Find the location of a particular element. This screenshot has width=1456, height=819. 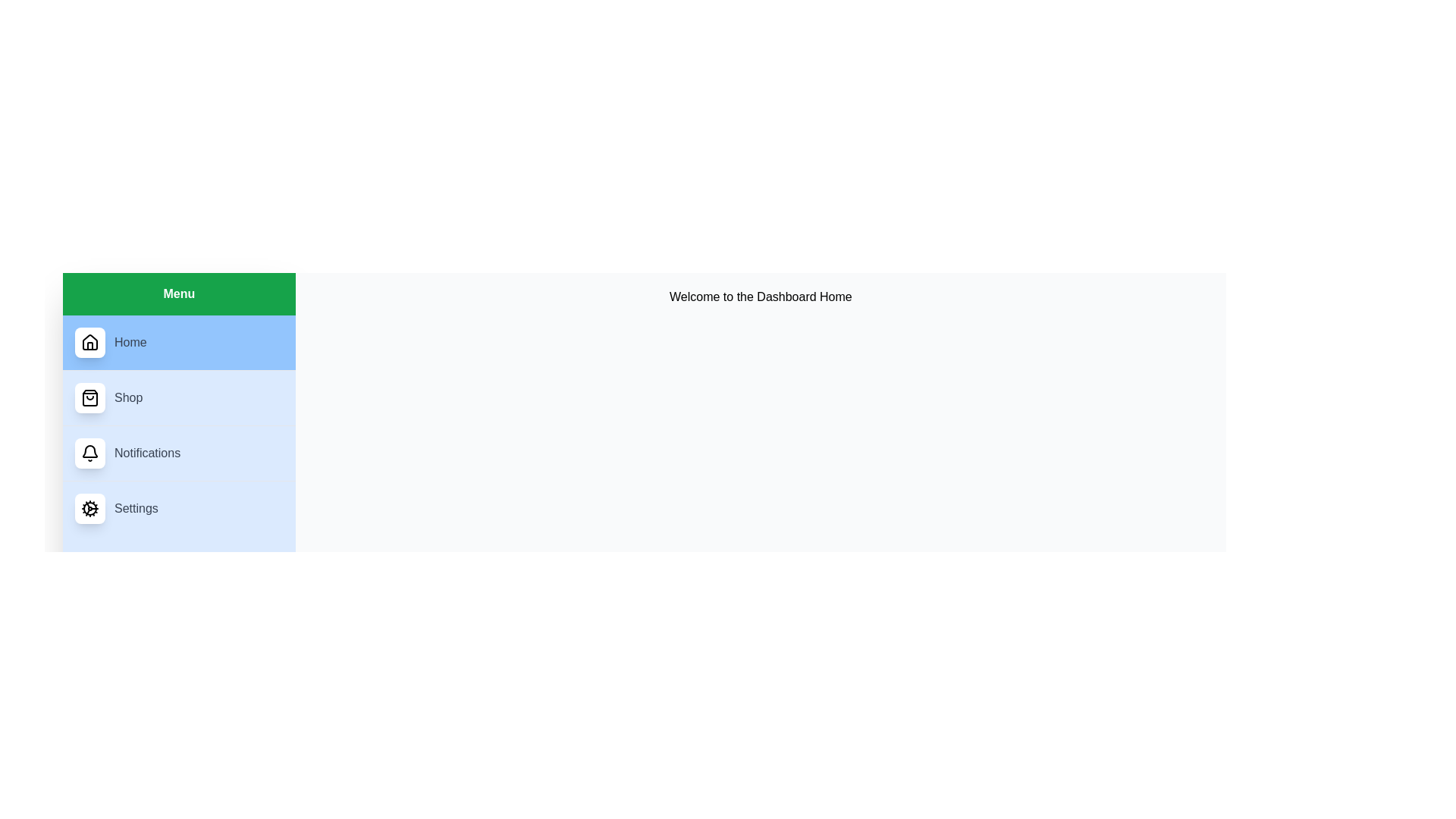

the menu item Home to observe its hover effect is located at coordinates (178, 342).